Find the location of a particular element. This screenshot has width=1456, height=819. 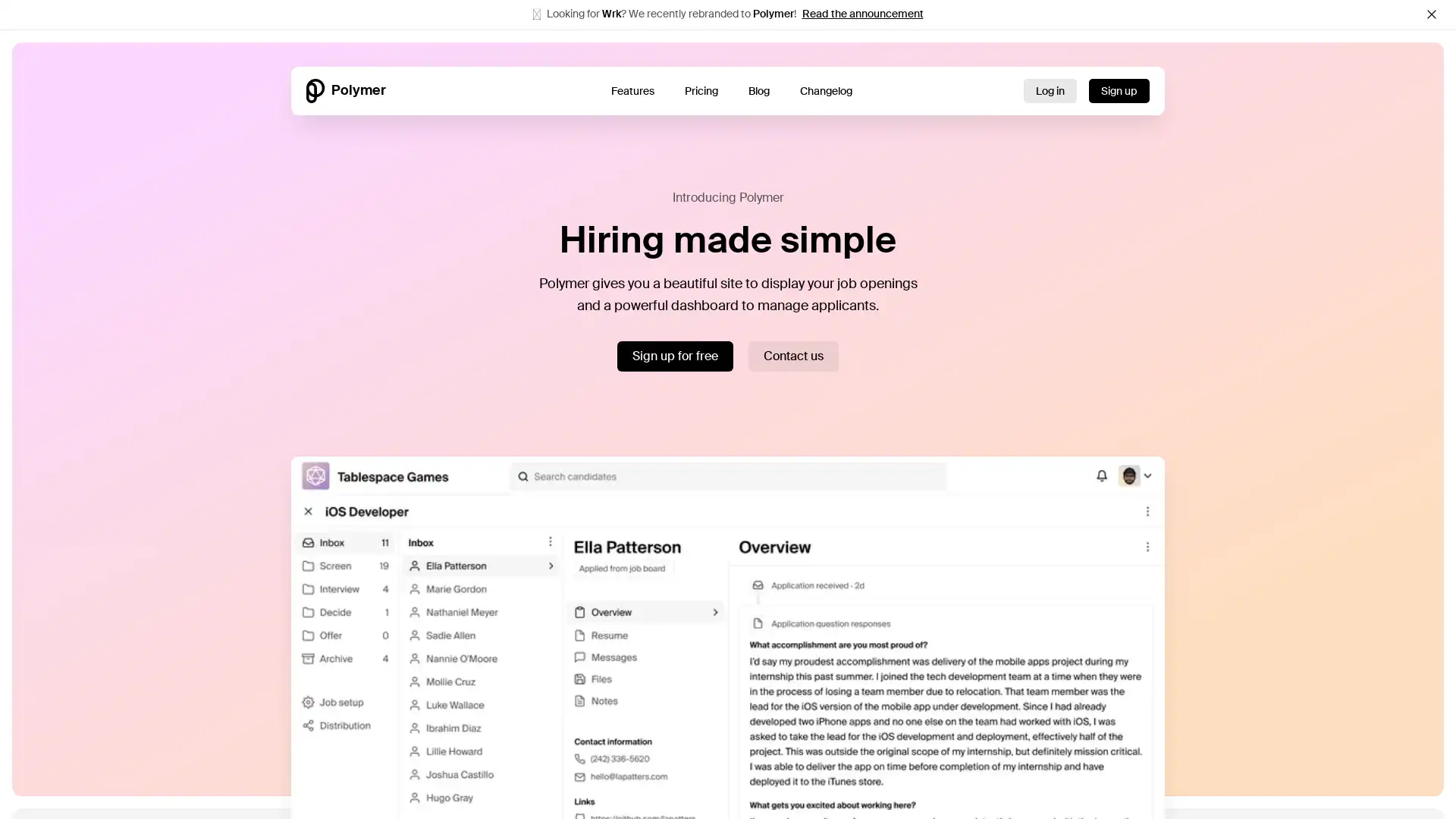

Open Intercom Messenger is located at coordinates (1414, 778).